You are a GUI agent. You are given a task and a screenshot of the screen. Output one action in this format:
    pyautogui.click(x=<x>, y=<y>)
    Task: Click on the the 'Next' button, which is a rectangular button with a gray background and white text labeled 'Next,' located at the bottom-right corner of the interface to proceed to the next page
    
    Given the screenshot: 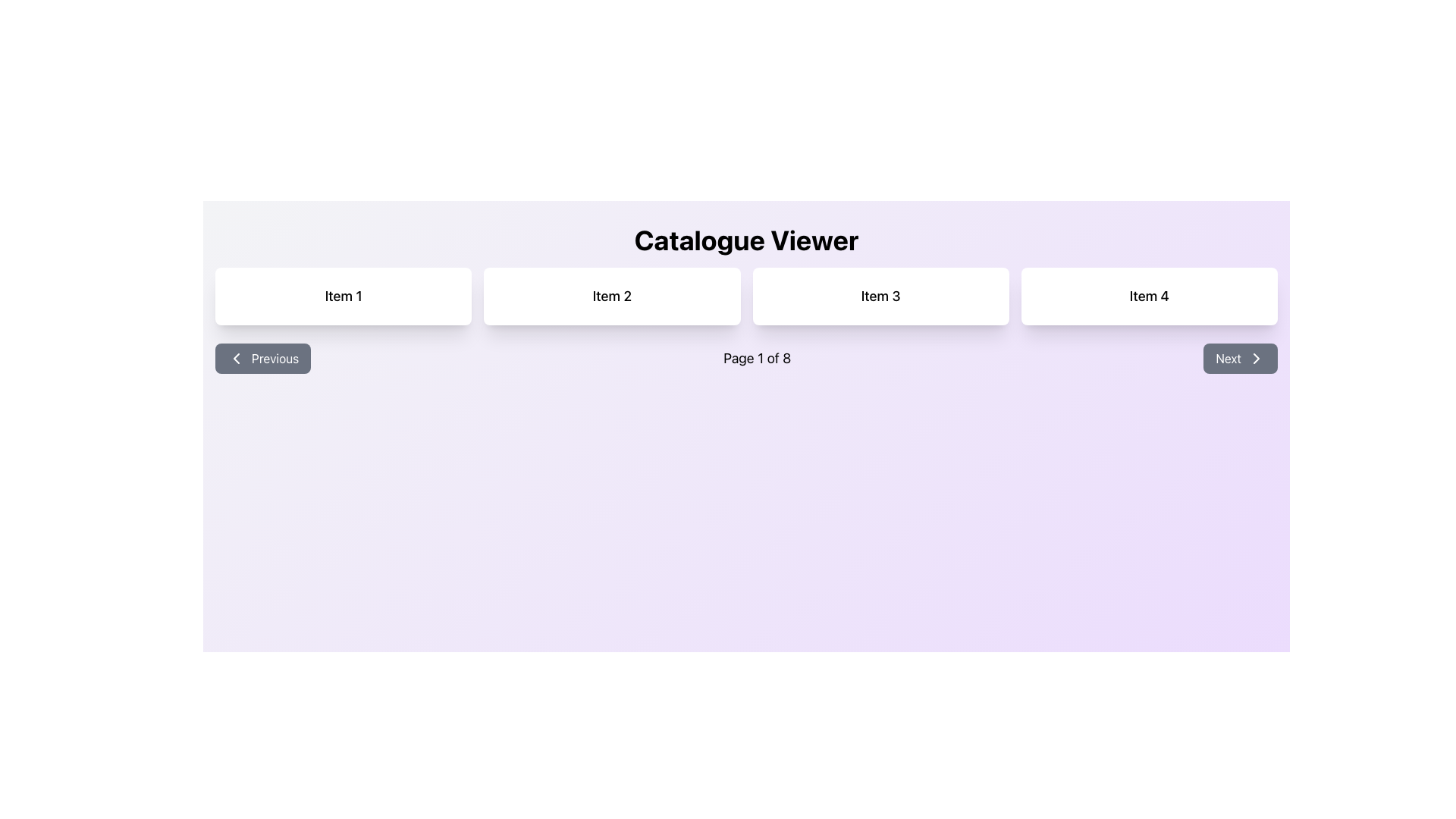 What is the action you would take?
    pyautogui.click(x=1241, y=359)
    